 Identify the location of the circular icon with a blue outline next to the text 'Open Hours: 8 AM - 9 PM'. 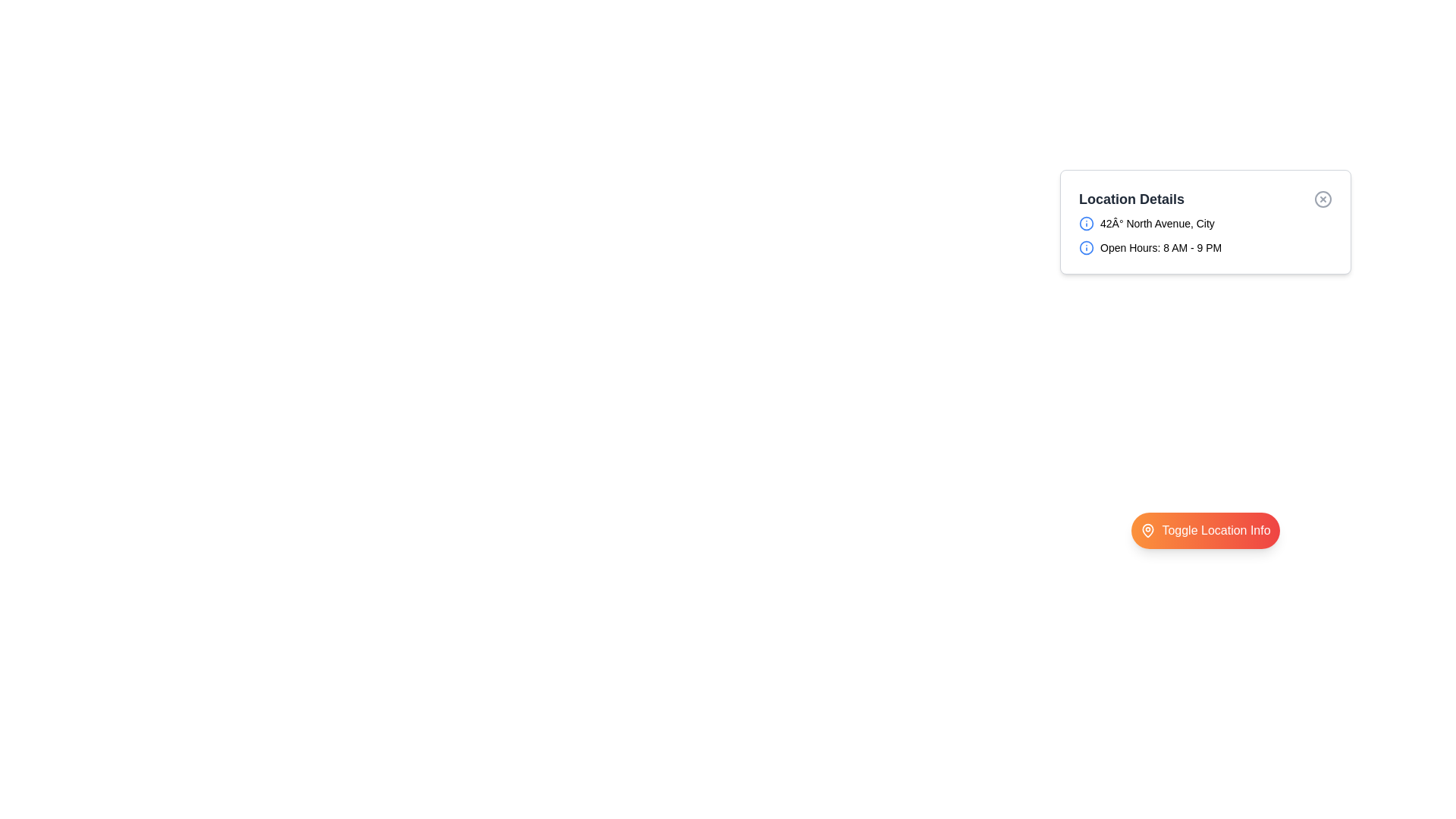
(1086, 247).